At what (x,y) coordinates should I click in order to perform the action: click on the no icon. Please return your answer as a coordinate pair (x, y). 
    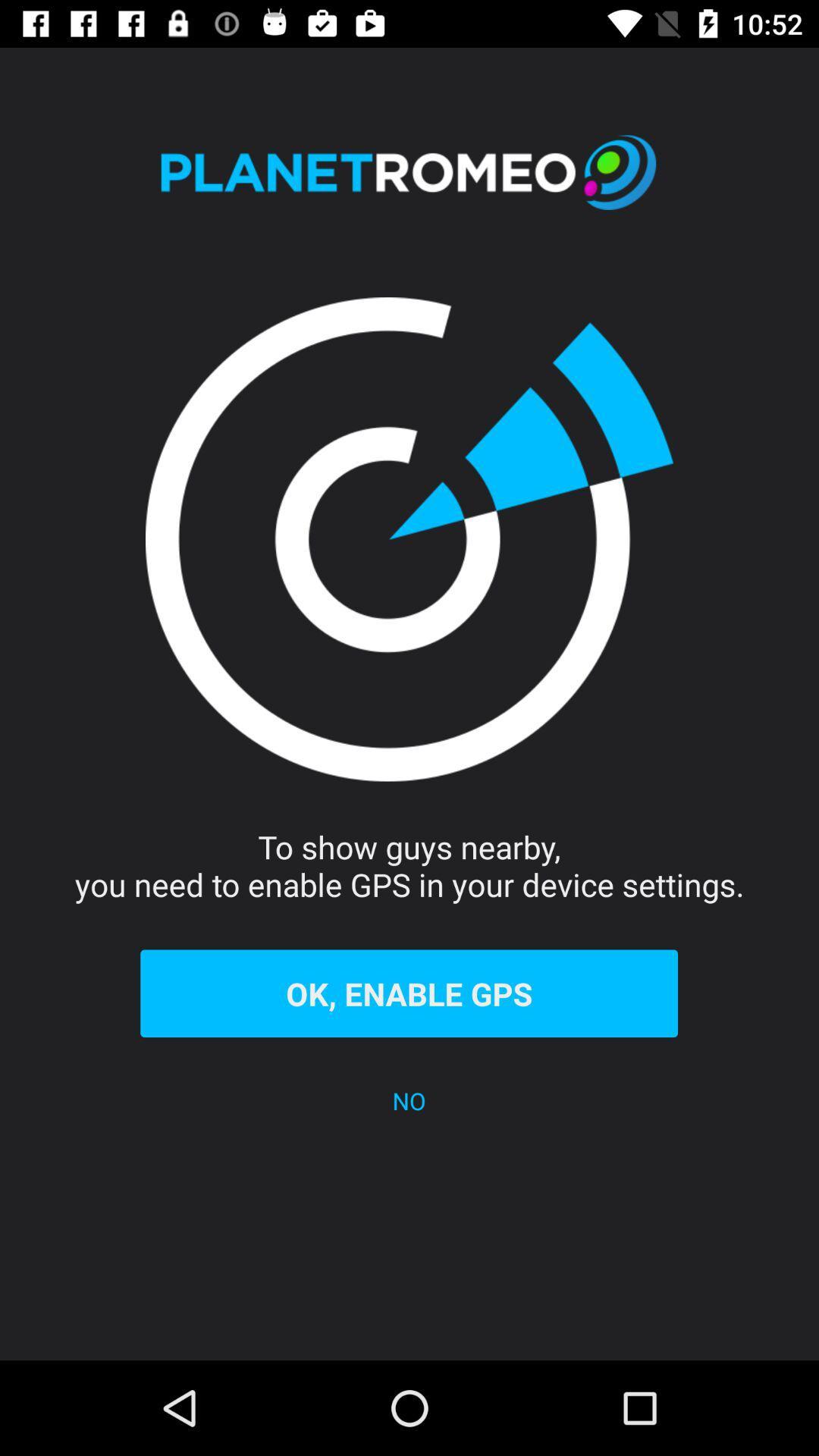
    Looking at the image, I should click on (408, 1100).